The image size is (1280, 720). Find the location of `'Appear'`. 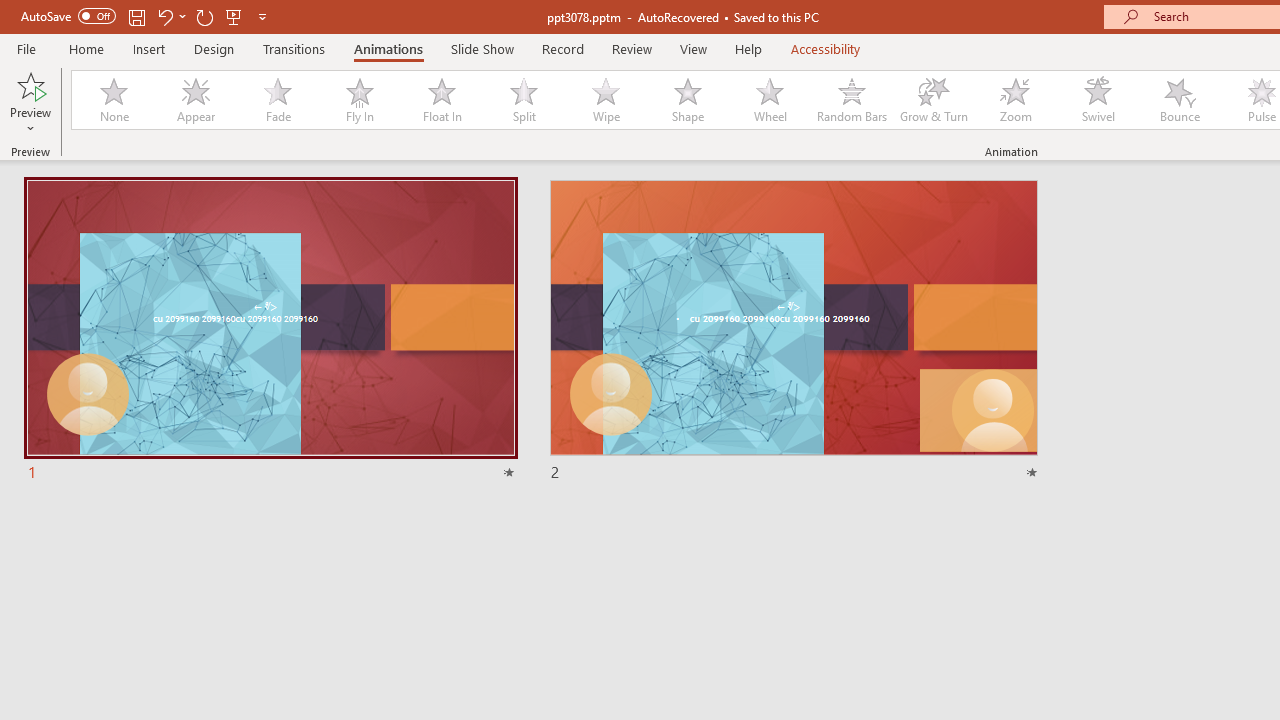

'Appear' is located at coordinates (195, 100).